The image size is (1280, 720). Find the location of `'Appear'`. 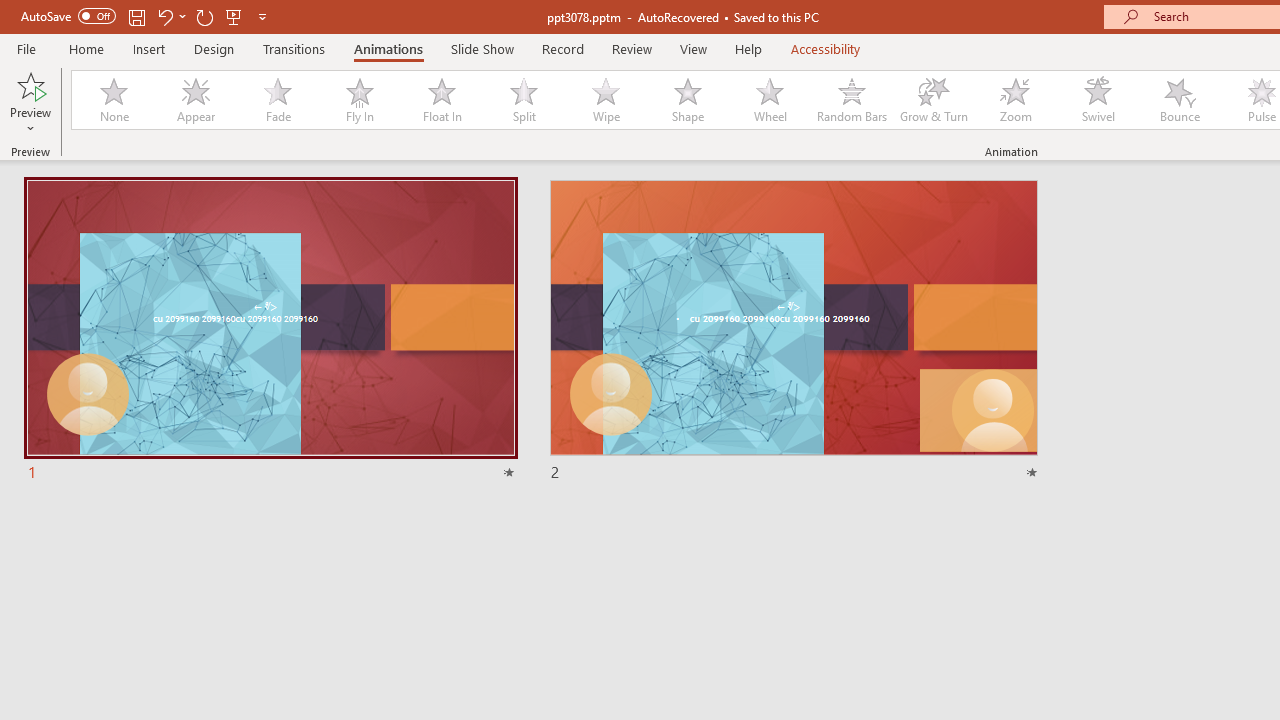

'Appear' is located at coordinates (195, 100).